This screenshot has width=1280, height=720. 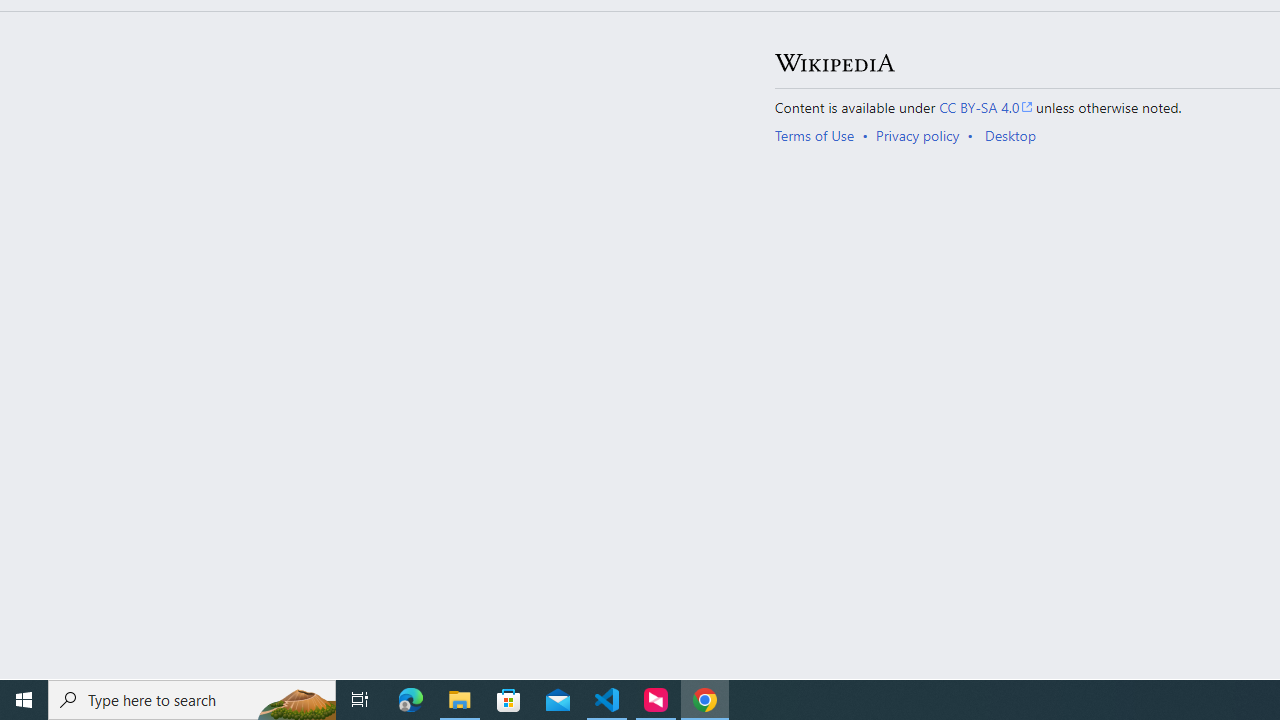 What do you see at coordinates (923, 135) in the screenshot?
I see `'AutomationID: footer-places-privacy'` at bounding box center [923, 135].